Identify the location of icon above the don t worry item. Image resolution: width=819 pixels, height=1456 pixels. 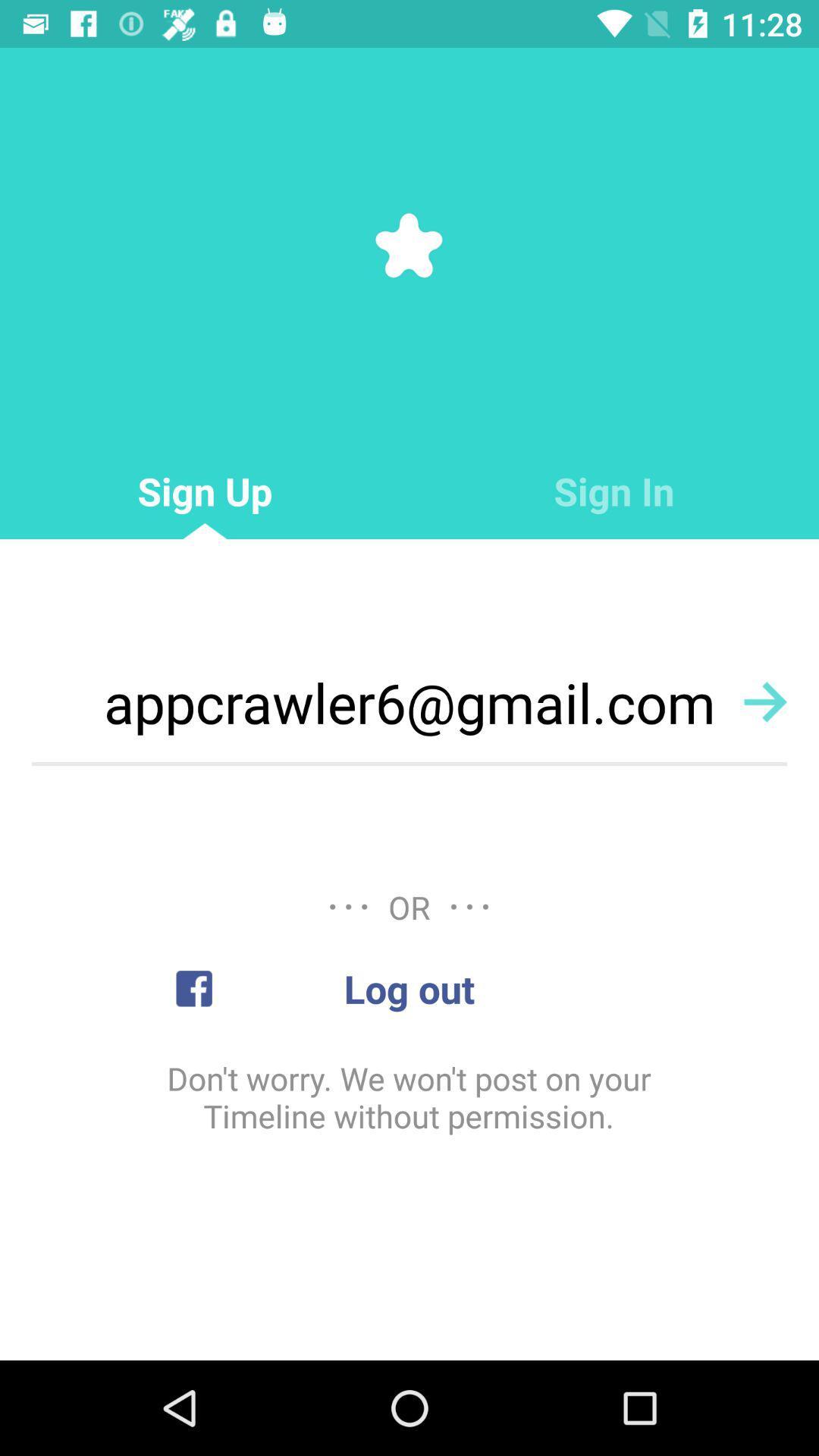
(409, 988).